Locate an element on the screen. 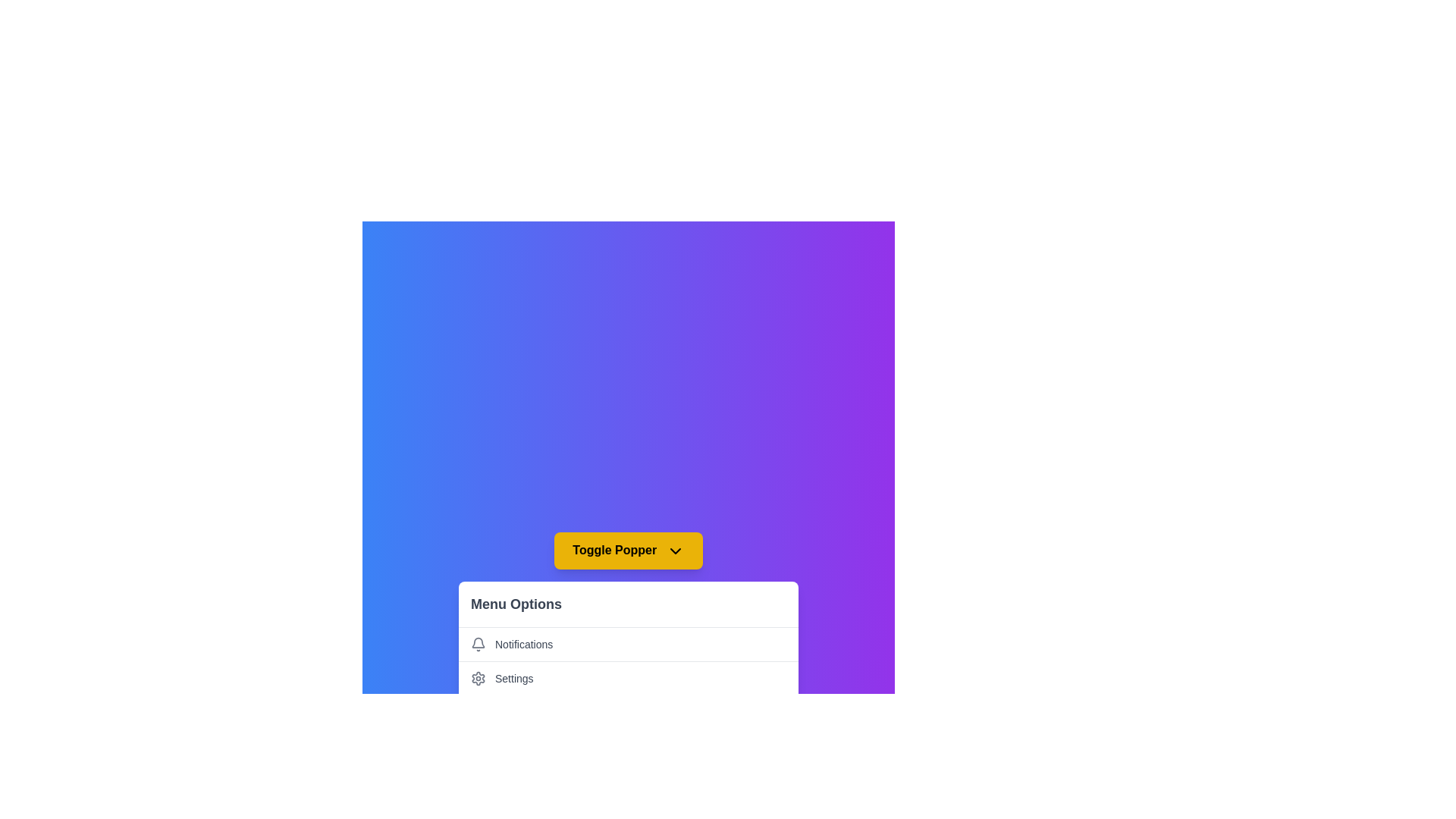  the downward-facing chevron icon on the right side of the 'Toggle Popper' button is located at coordinates (674, 551).